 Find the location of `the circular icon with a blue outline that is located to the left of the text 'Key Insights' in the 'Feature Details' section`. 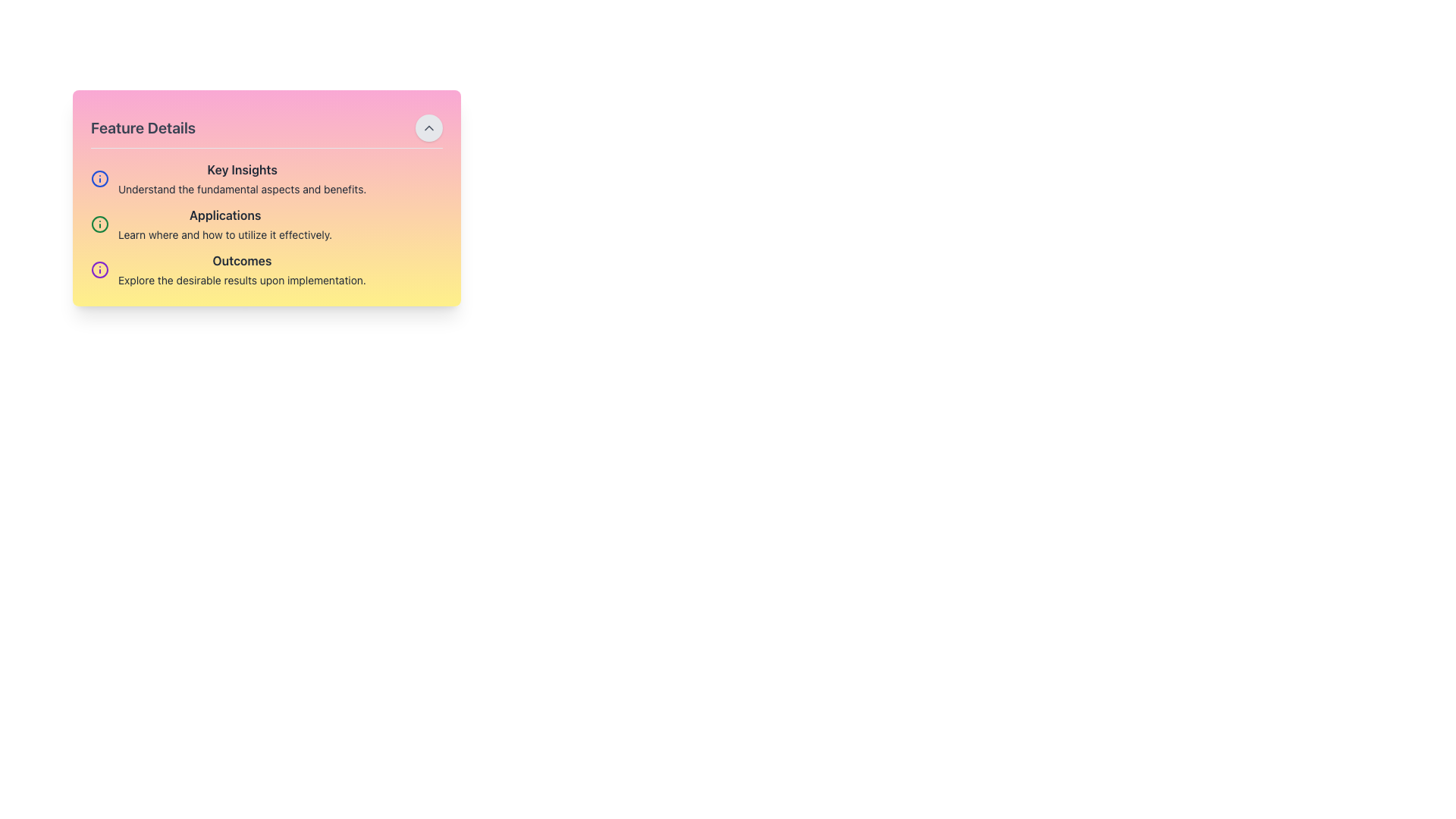

the circular icon with a blue outline that is located to the left of the text 'Key Insights' in the 'Feature Details' section is located at coordinates (99, 177).